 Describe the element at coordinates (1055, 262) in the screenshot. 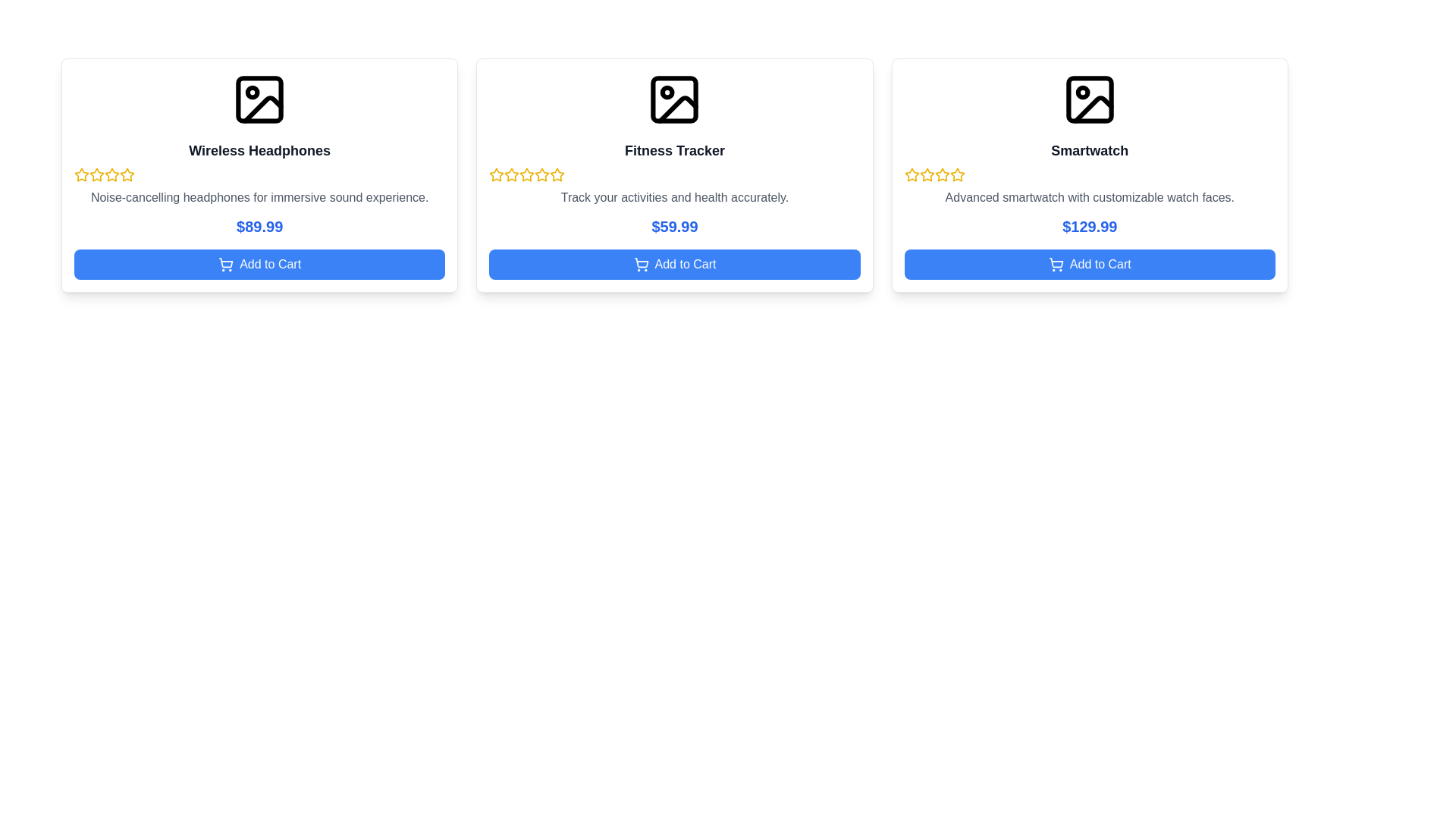

I see `the shopping cart icon within the blue 'Add to Cart' button located in the third product card for the 'Smartwatch'` at that location.